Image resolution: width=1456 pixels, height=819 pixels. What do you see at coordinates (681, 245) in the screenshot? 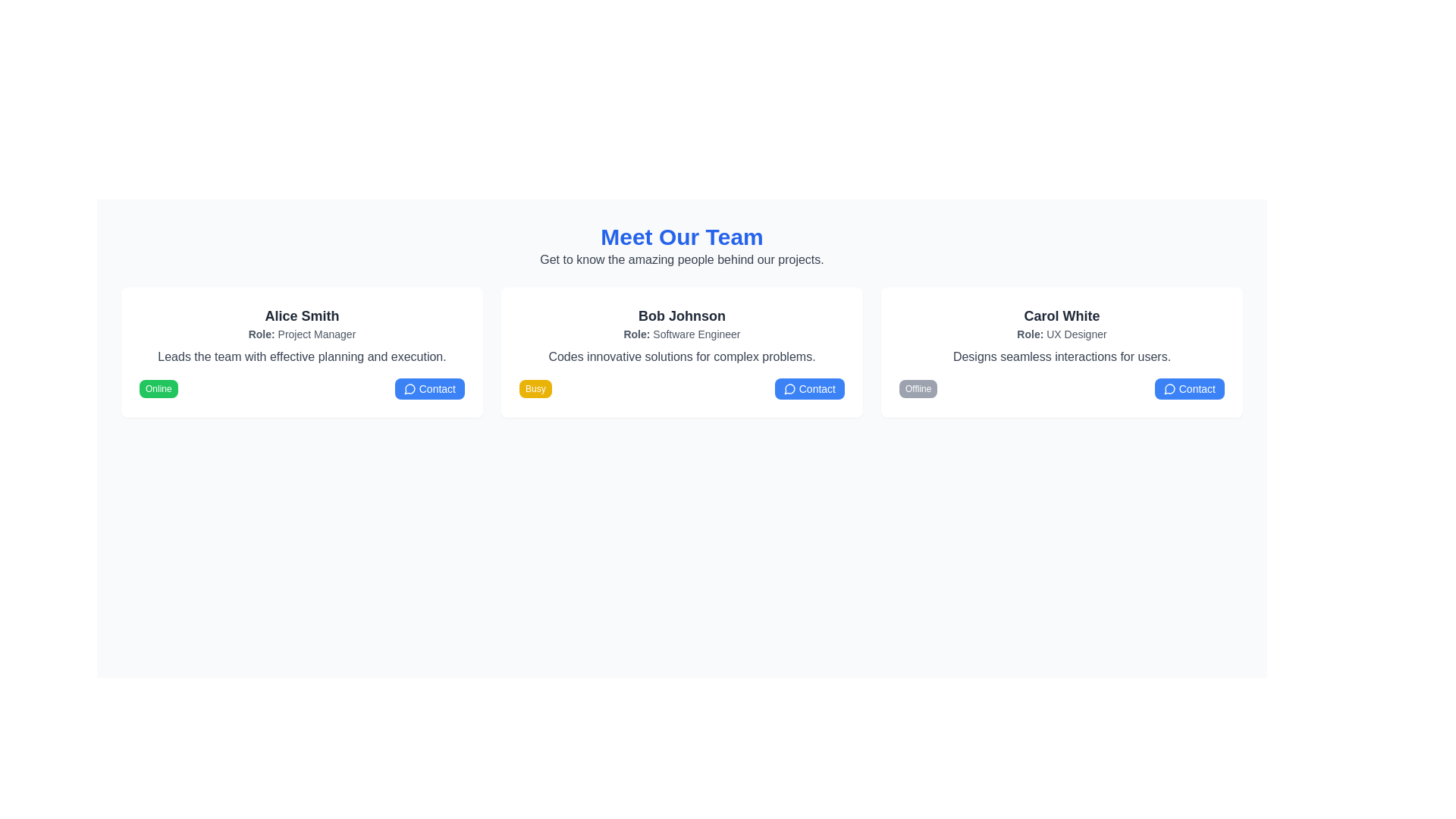
I see `the purpose of the textual header block that contains the phrase 'Meet Our Team'` at bounding box center [681, 245].